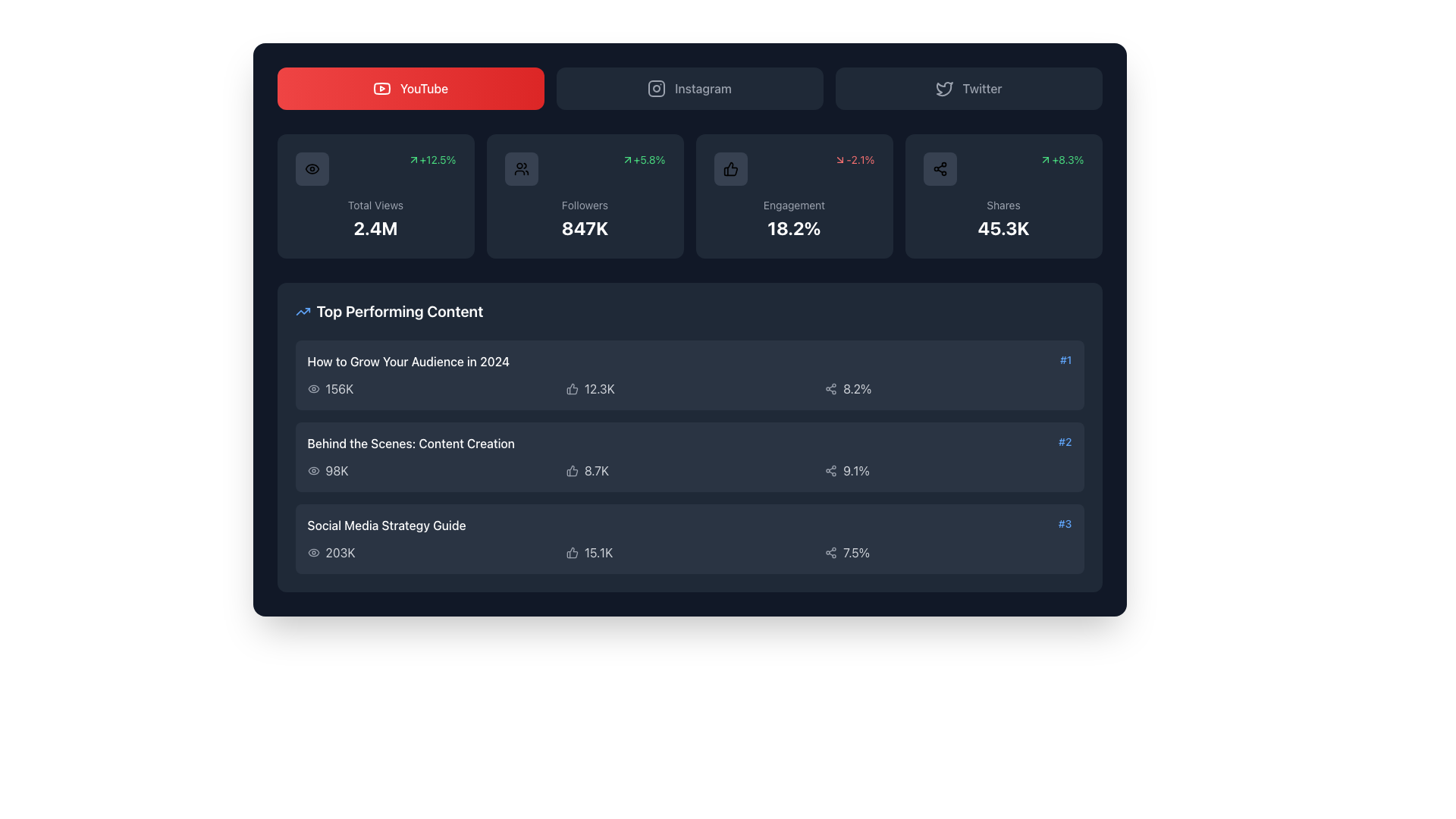 Image resolution: width=1456 pixels, height=819 pixels. What do you see at coordinates (521, 169) in the screenshot?
I see `the 'Followers' icon located in the second card from the left at the top of the interface, which visually represents the 'Followers' statistic with a value of '847K'` at bounding box center [521, 169].